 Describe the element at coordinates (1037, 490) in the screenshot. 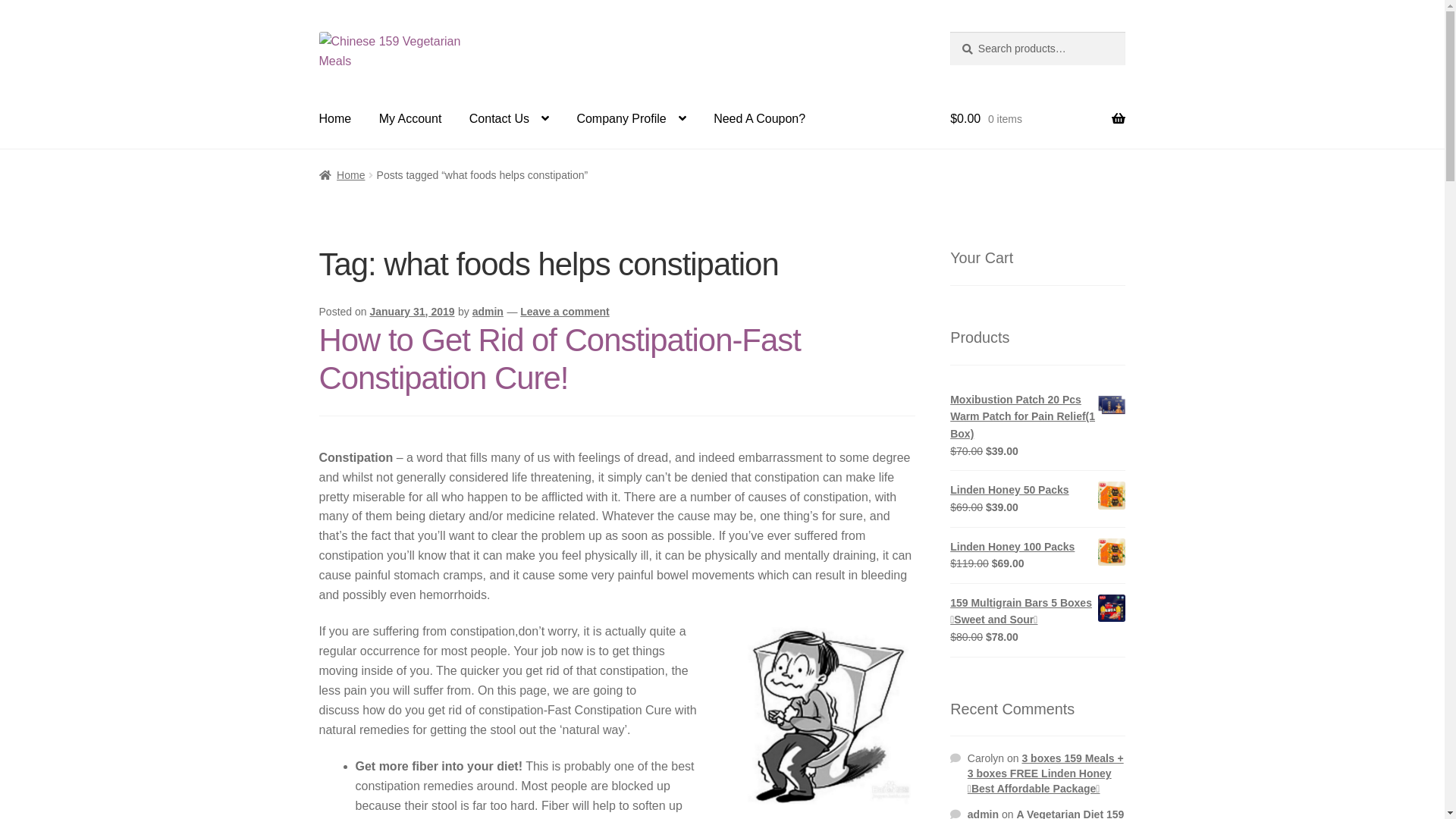

I see `'Linden Honey 50 Packs'` at that location.